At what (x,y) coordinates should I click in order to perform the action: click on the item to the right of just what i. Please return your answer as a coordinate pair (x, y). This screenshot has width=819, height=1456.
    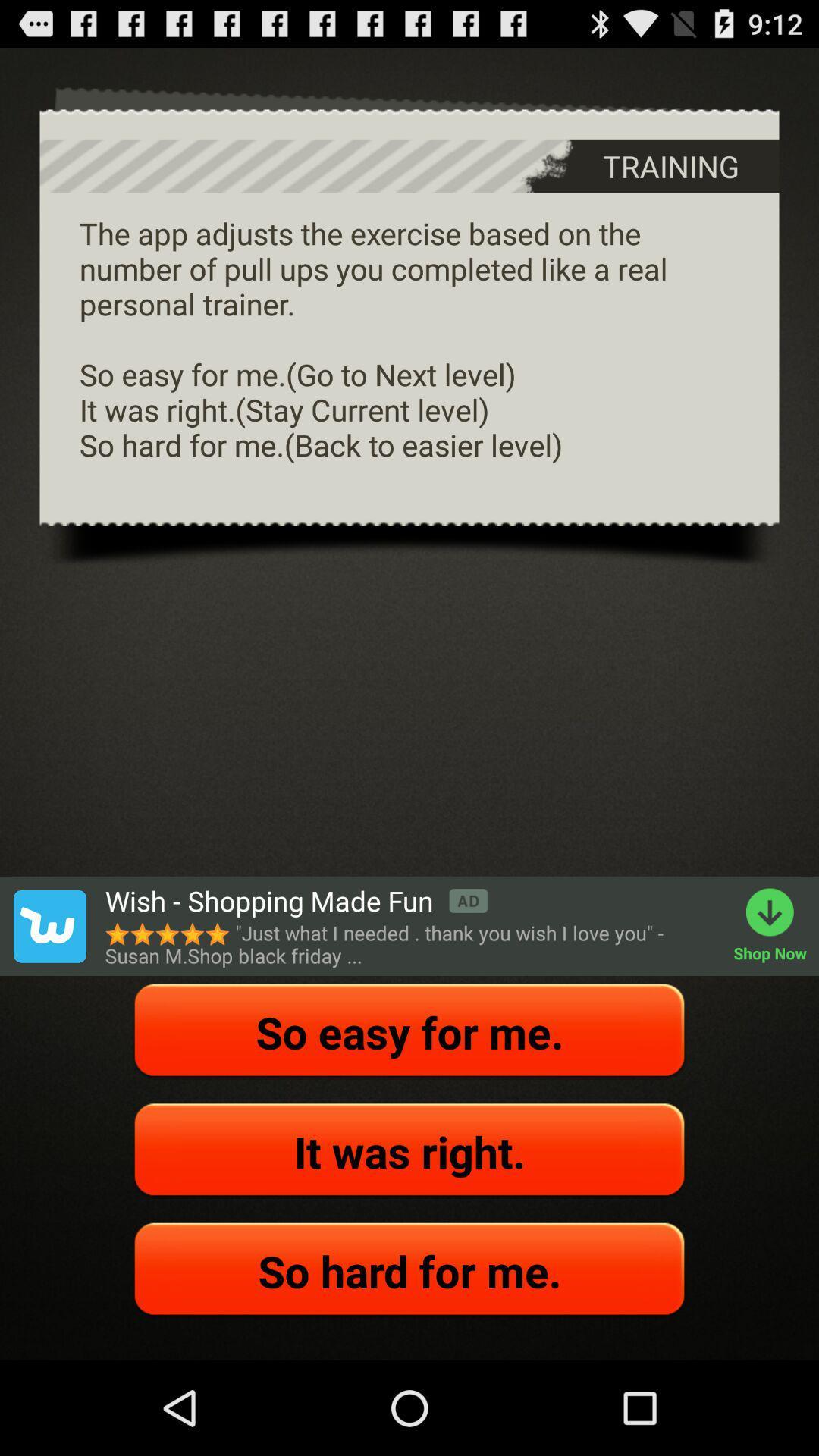
    Looking at the image, I should click on (776, 925).